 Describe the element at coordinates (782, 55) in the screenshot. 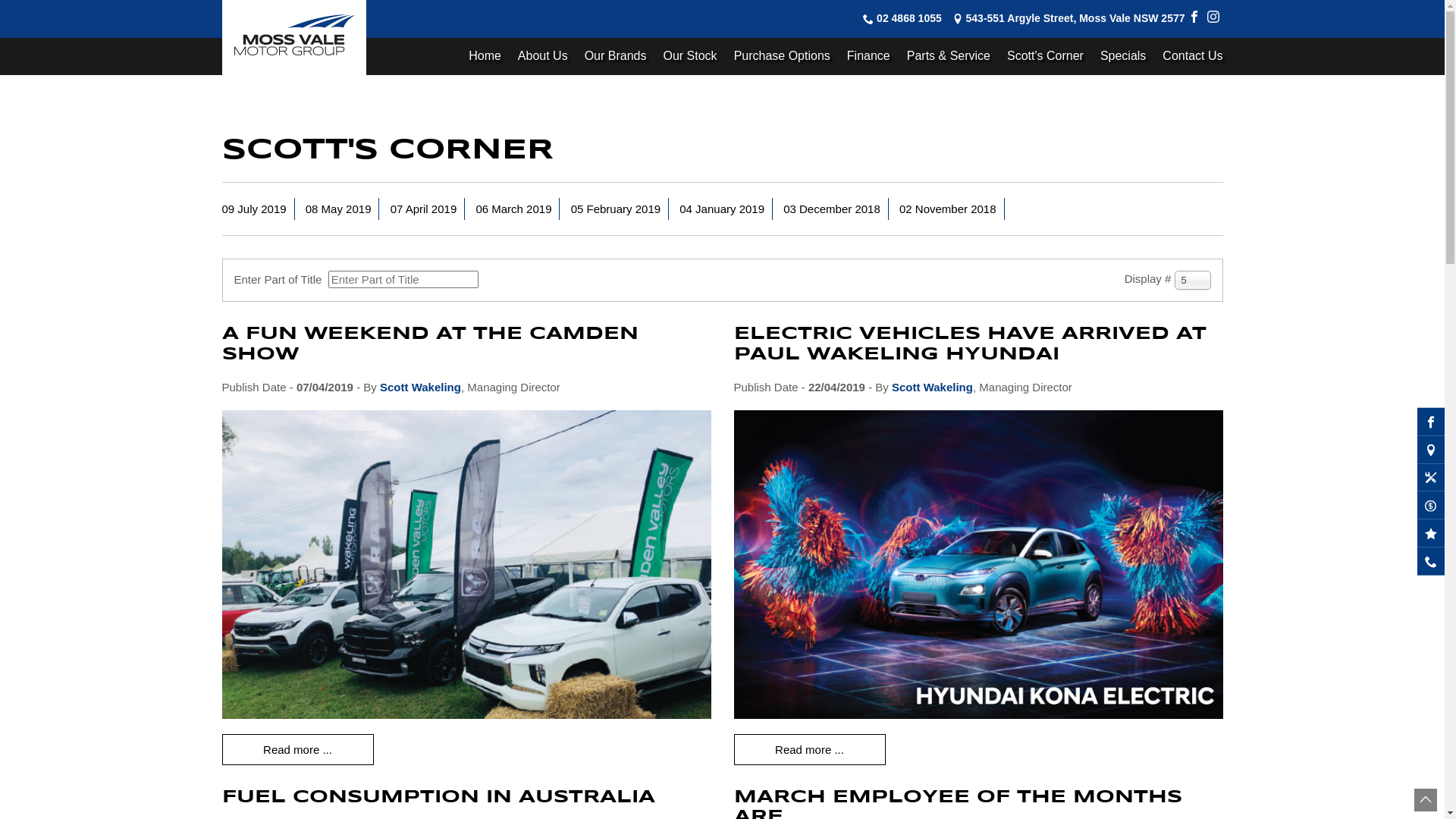

I see `'Purchase Options'` at that location.